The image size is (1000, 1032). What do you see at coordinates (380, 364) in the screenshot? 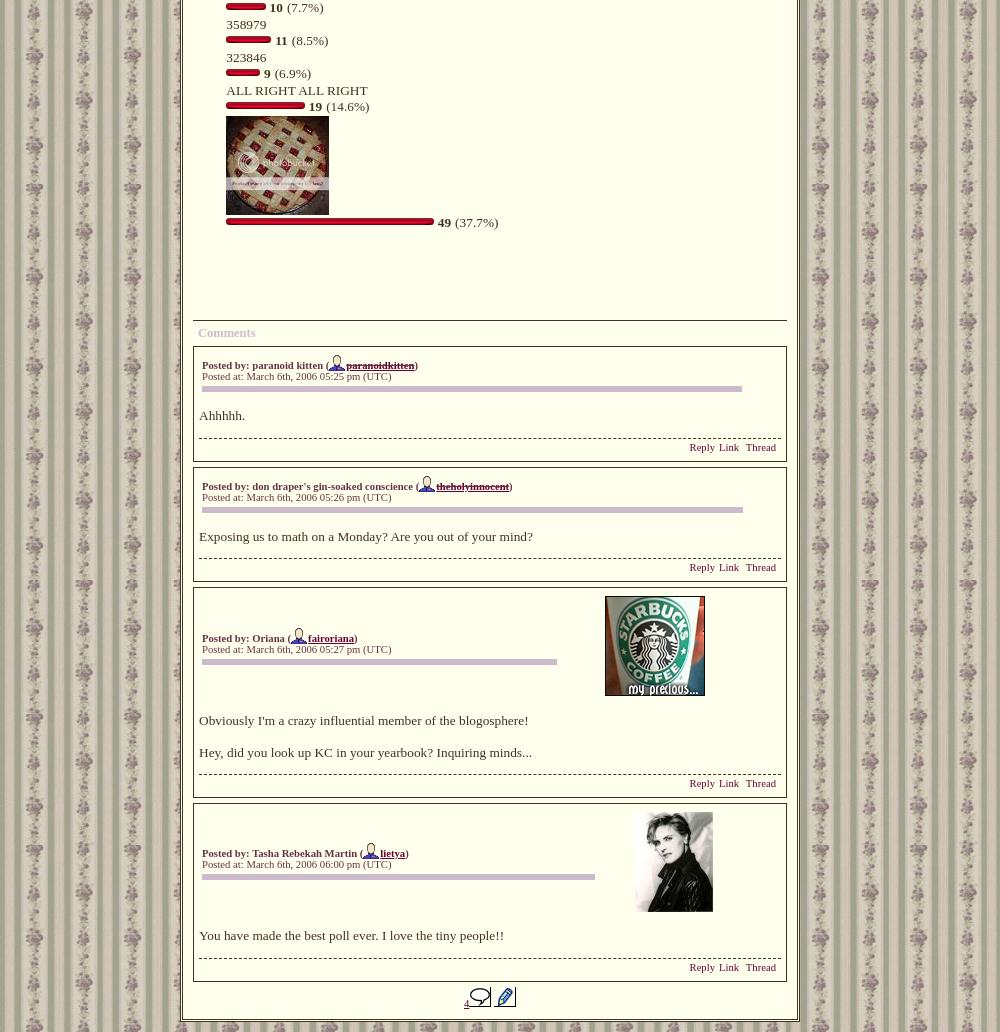
I see `'paranoidkitten'` at bounding box center [380, 364].